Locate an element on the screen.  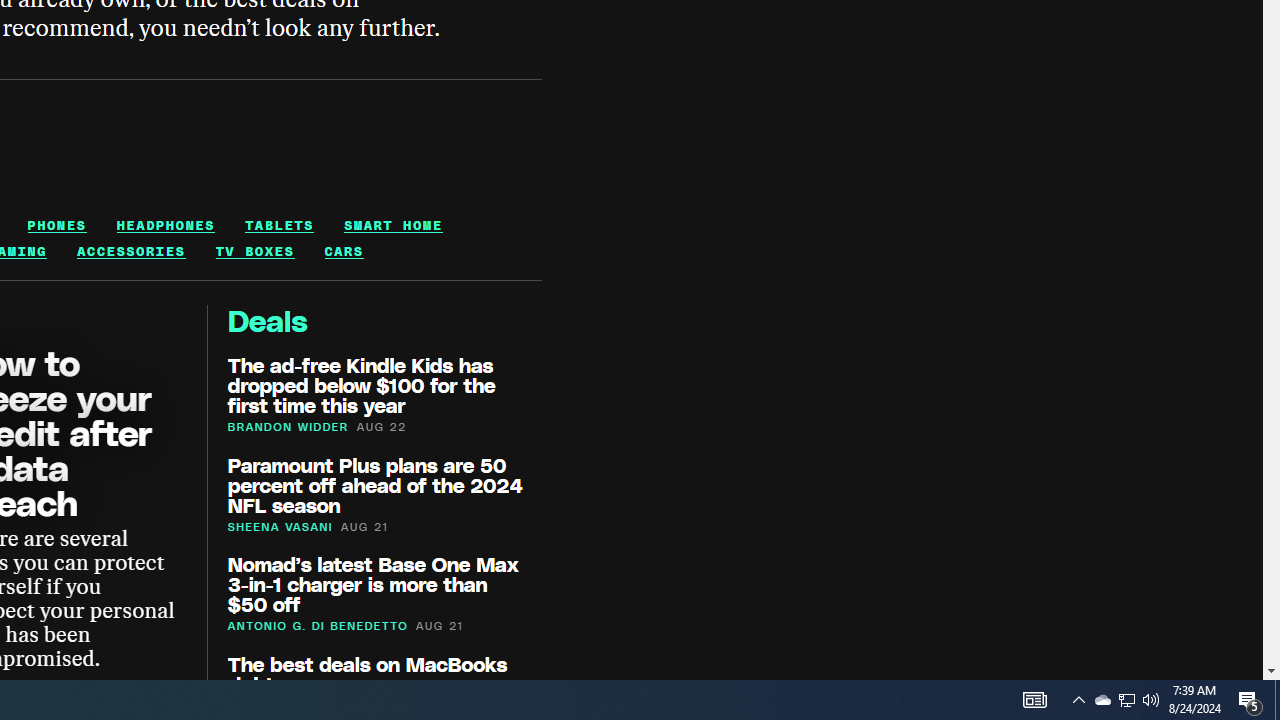
'SMART HOME' is located at coordinates (393, 225).